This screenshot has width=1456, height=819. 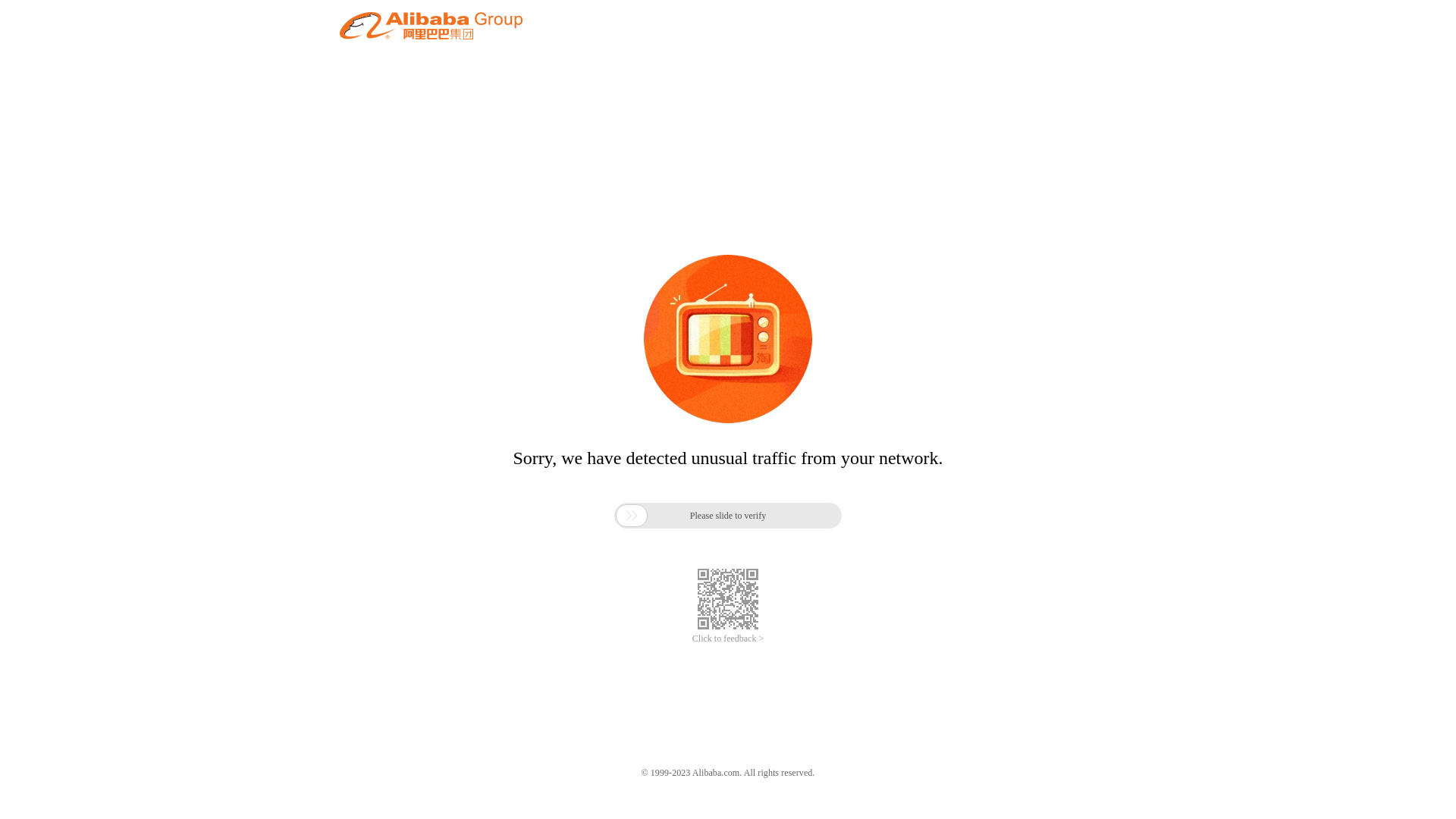 I want to click on 'Click to feedback >', so click(x=691, y=639).